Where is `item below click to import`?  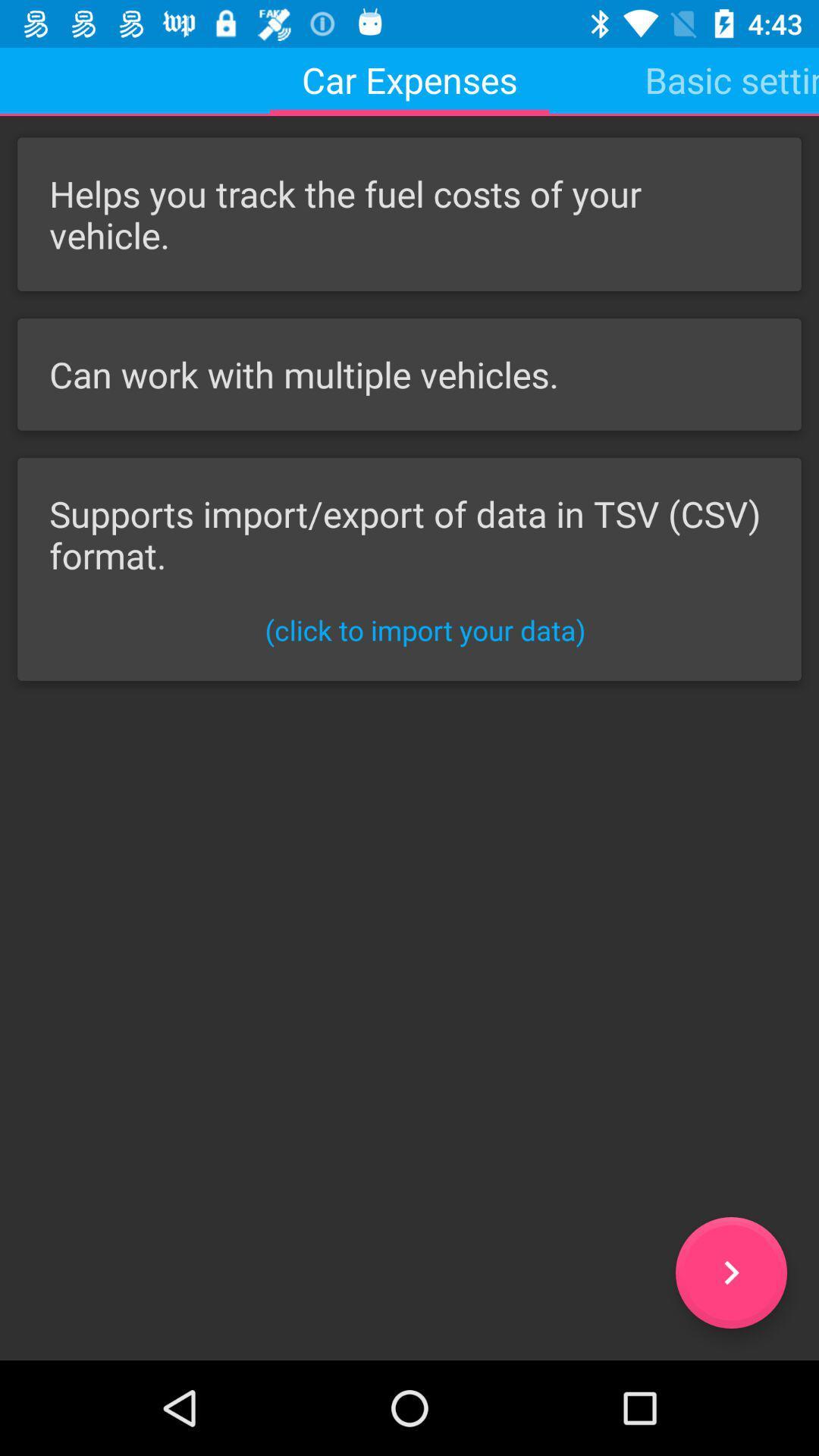 item below click to import is located at coordinates (730, 1272).